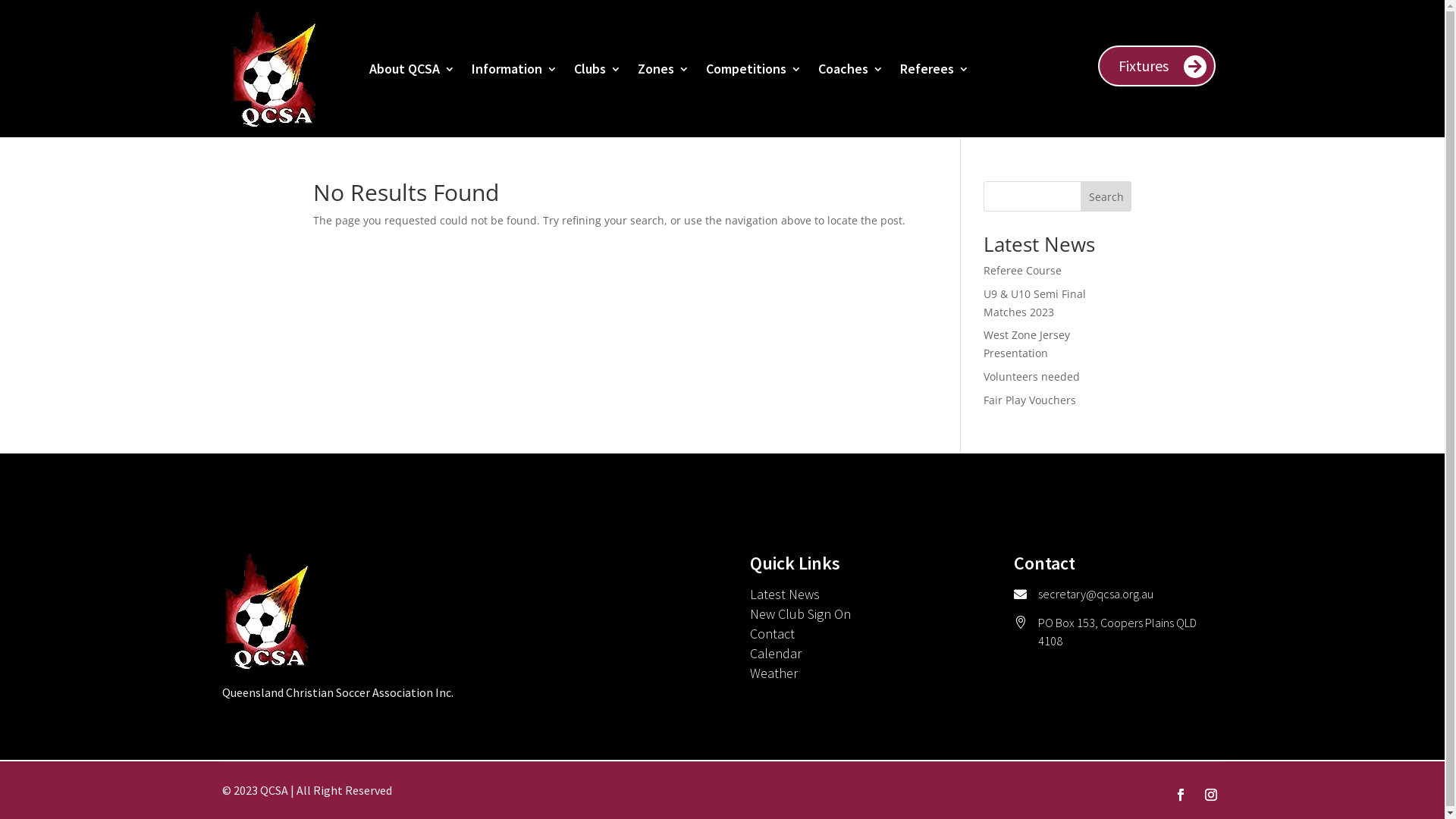 This screenshot has width=1456, height=819. Describe the element at coordinates (662, 68) in the screenshot. I see `'Zones'` at that location.